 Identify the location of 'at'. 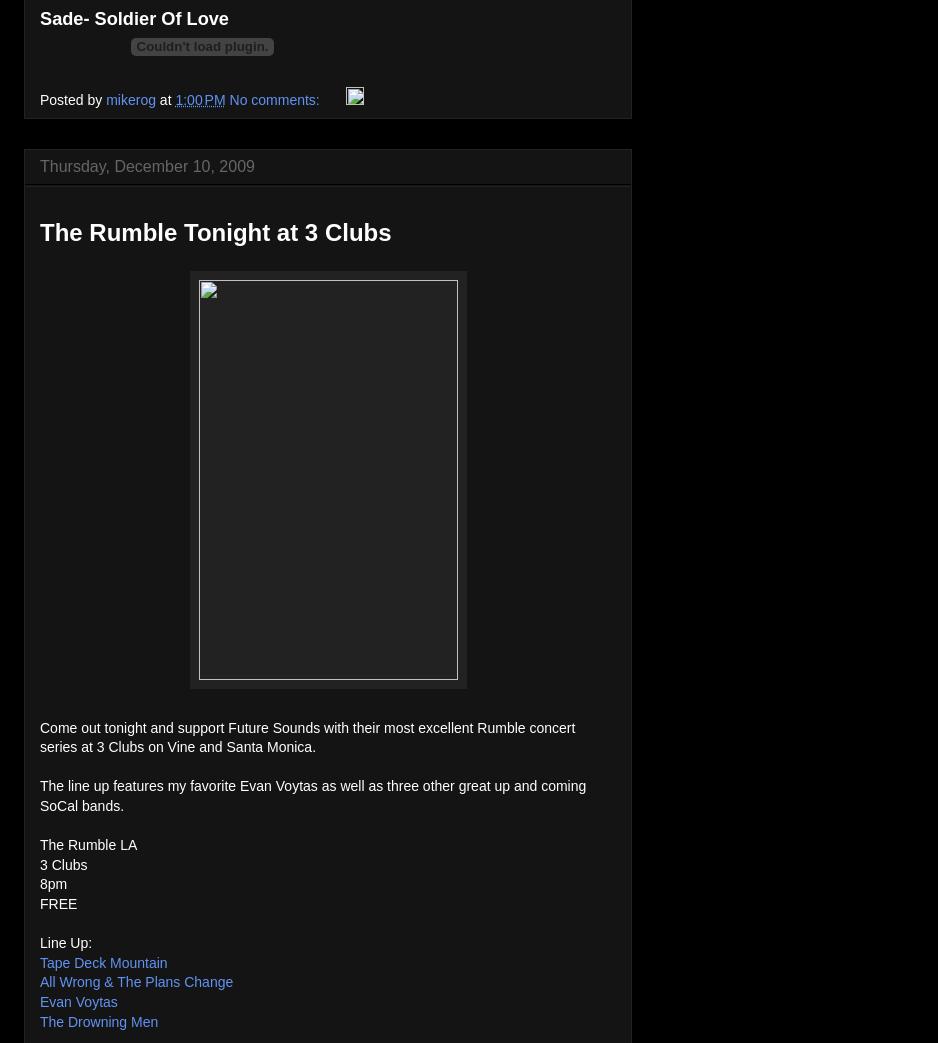
(158, 100).